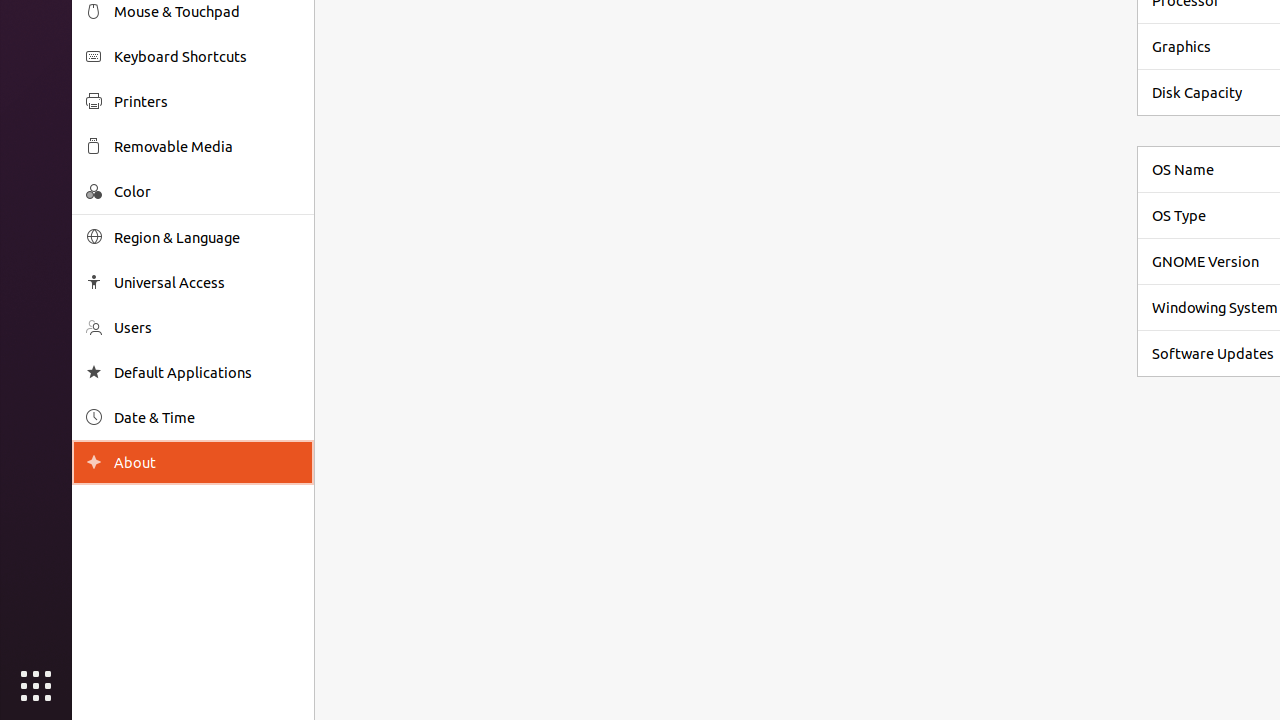 Image resolution: width=1280 pixels, height=720 pixels. Describe the element at coordinates (206, 236) in the screenshot. I see `'Region & Language'` at that location.